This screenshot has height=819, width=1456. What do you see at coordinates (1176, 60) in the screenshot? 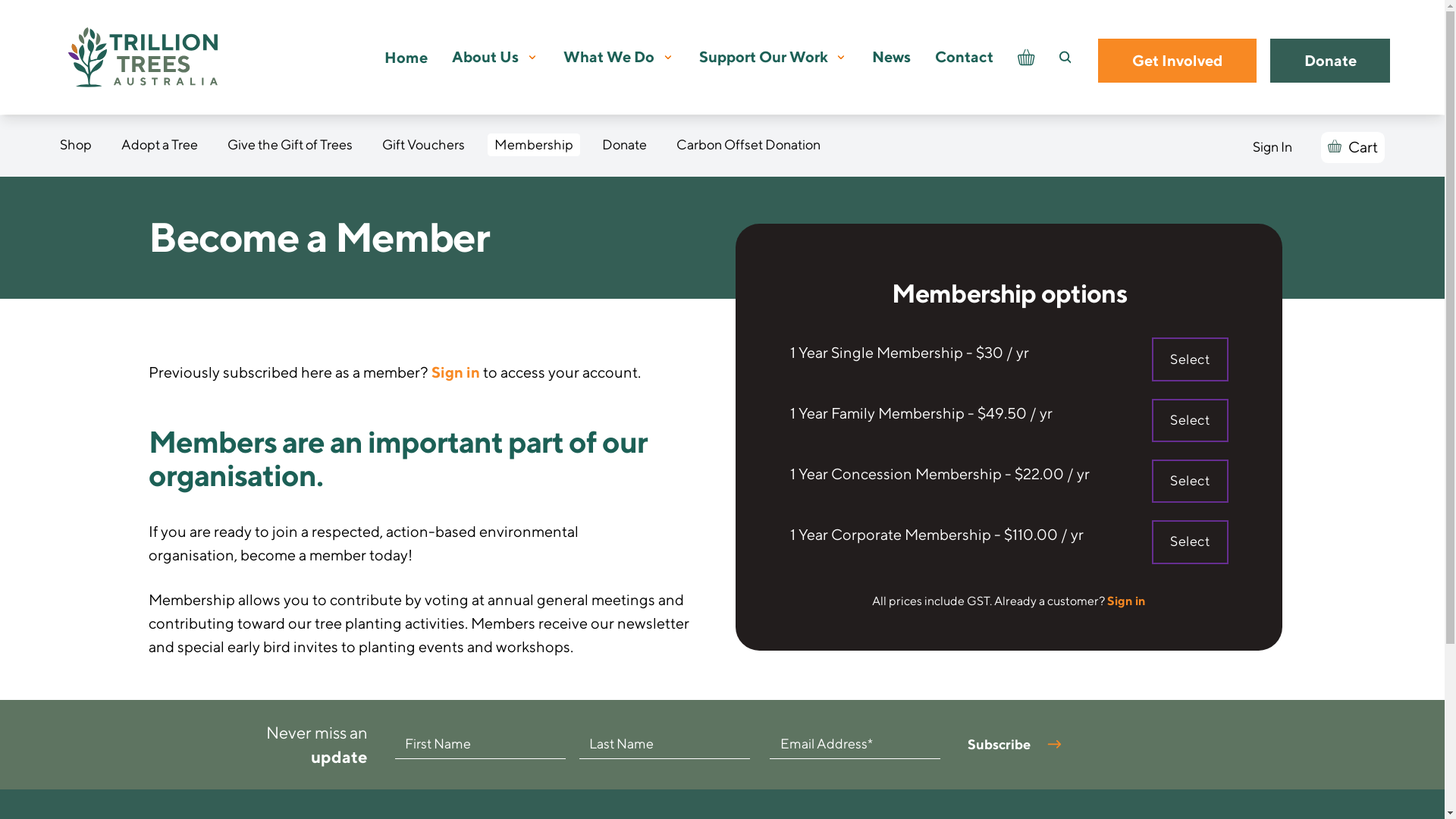
I see `'Get Involved'` at bounding box center [1176, 60].